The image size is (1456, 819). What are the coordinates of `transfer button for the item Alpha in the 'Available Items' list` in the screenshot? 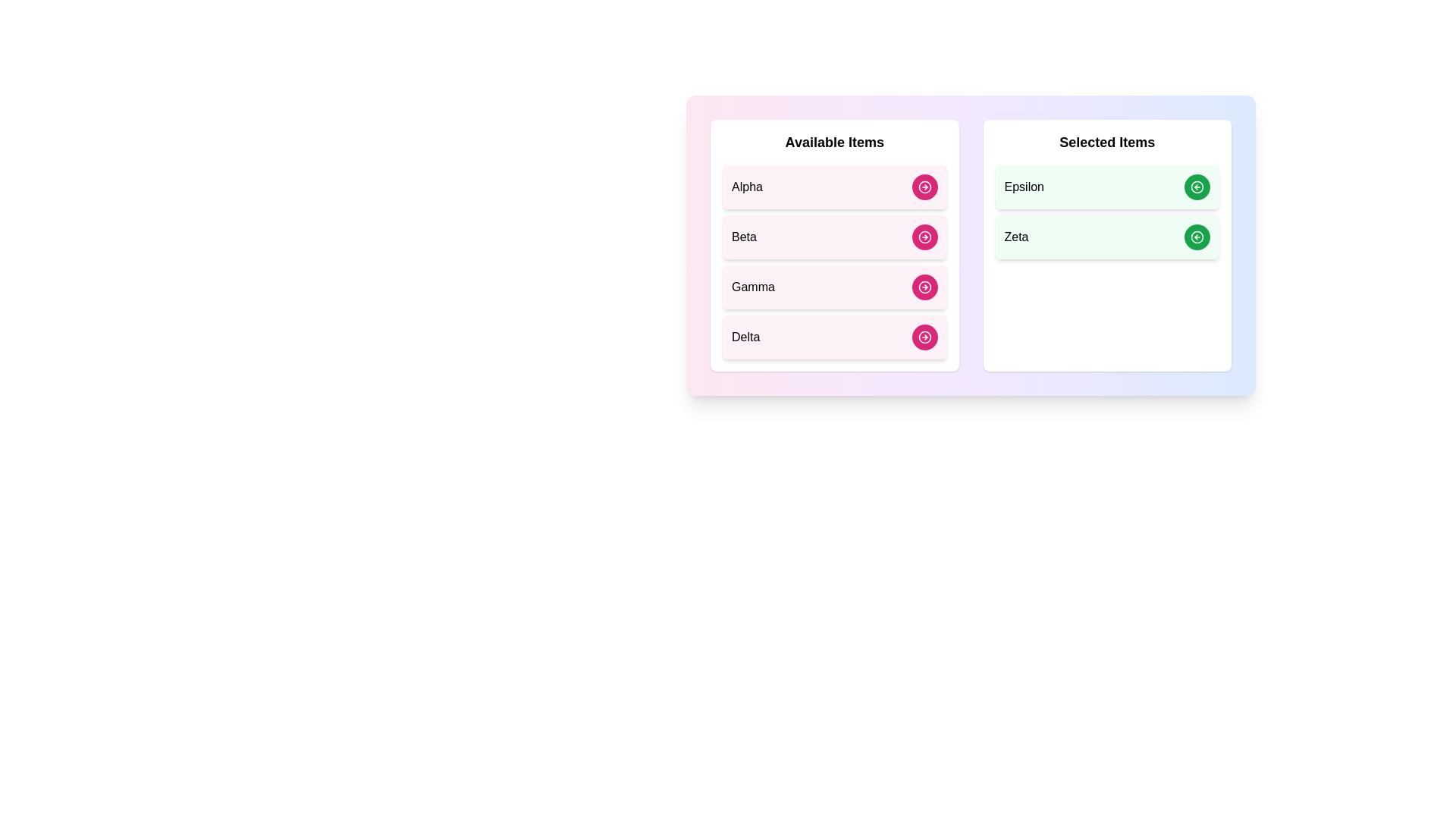 It's located at (924, 186).